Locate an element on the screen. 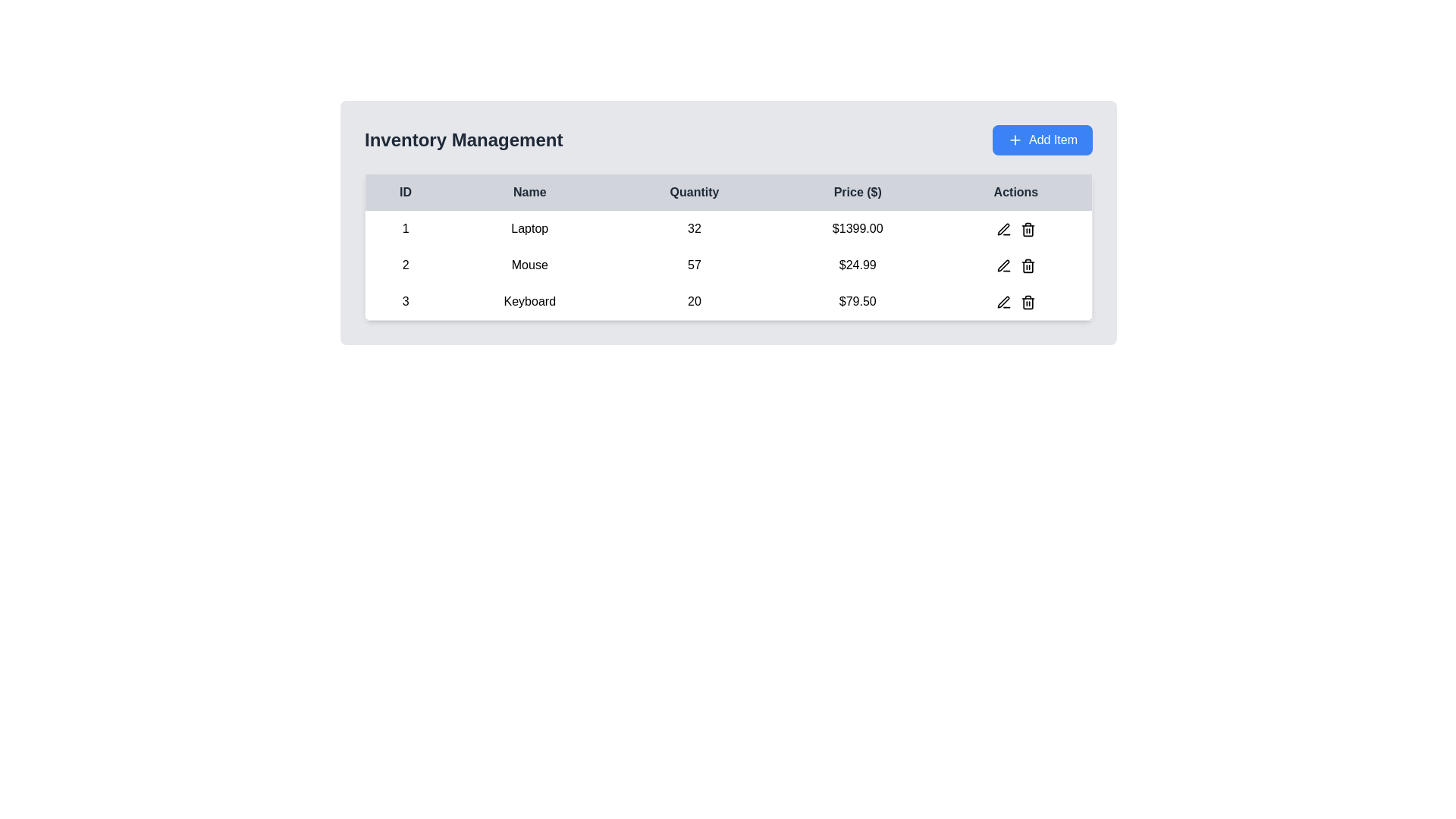  the first column field of the row corresponding to a 'Laptop' entry in the table is located at coordinates (405, 228).